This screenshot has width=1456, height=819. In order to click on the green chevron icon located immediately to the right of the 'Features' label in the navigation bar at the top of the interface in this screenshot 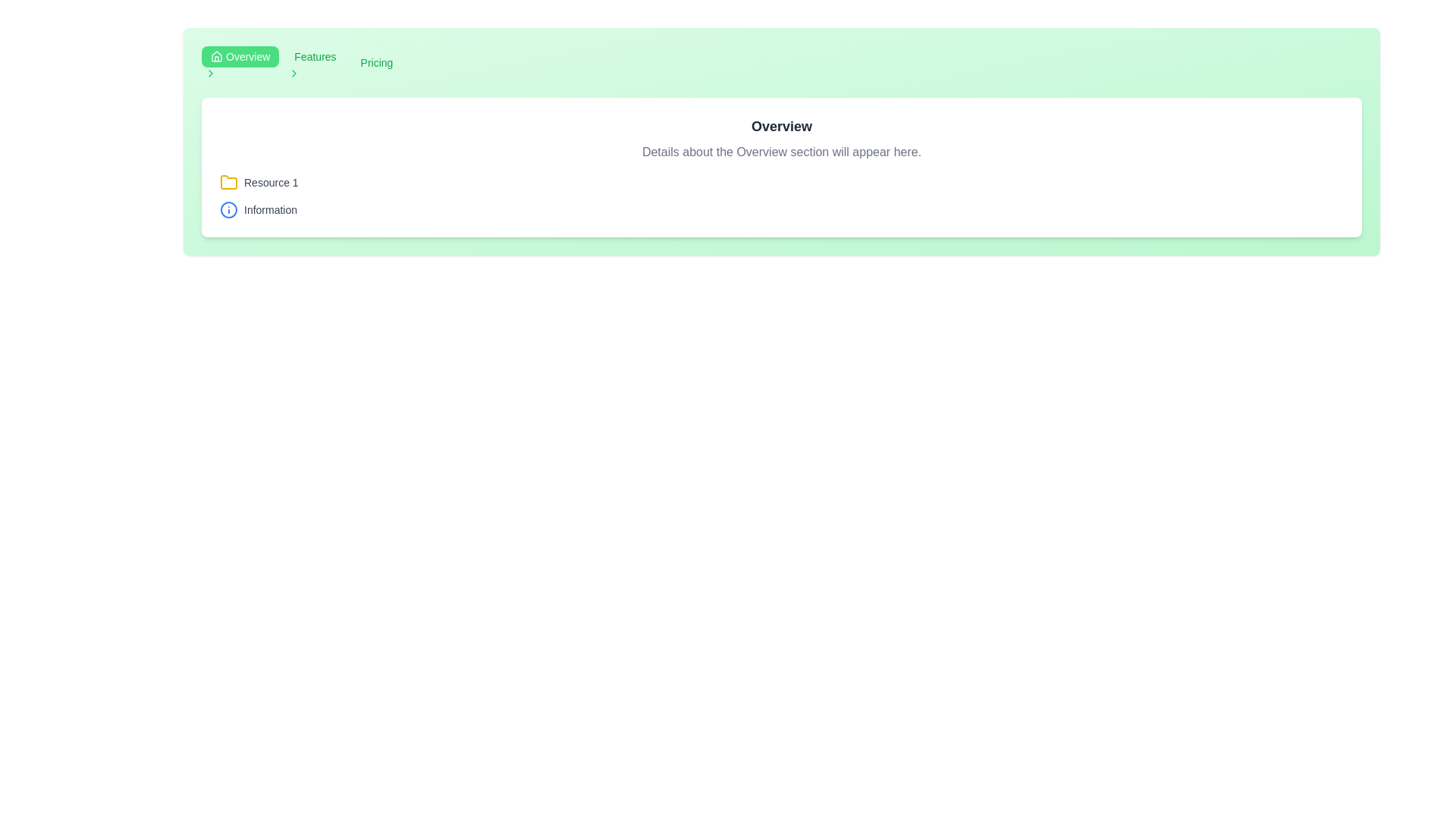, I will do `click(294, 73)`.